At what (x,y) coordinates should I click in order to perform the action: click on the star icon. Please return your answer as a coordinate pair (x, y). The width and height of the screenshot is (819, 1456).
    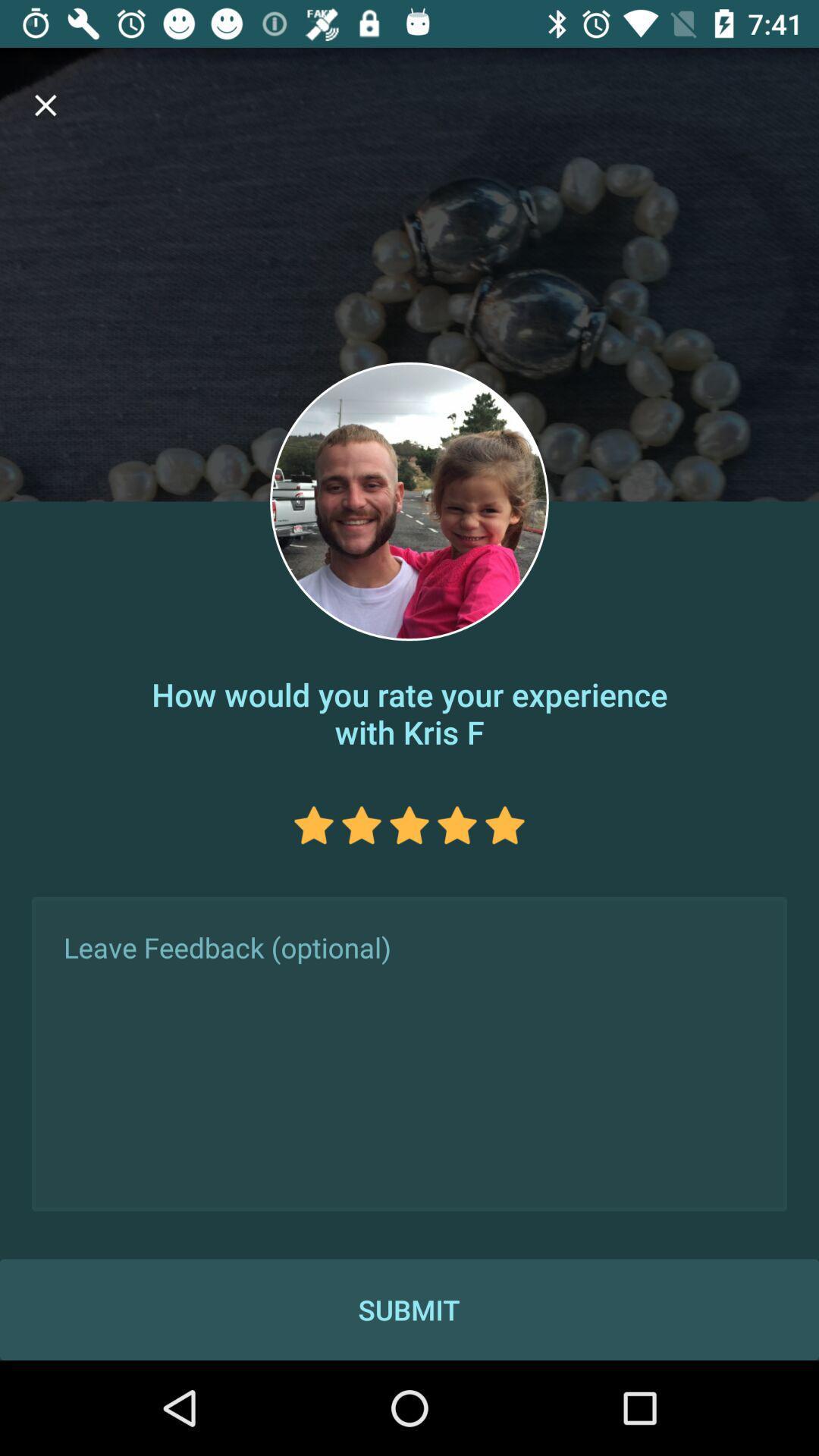
    Looking at the image, I should click on (362, 824).